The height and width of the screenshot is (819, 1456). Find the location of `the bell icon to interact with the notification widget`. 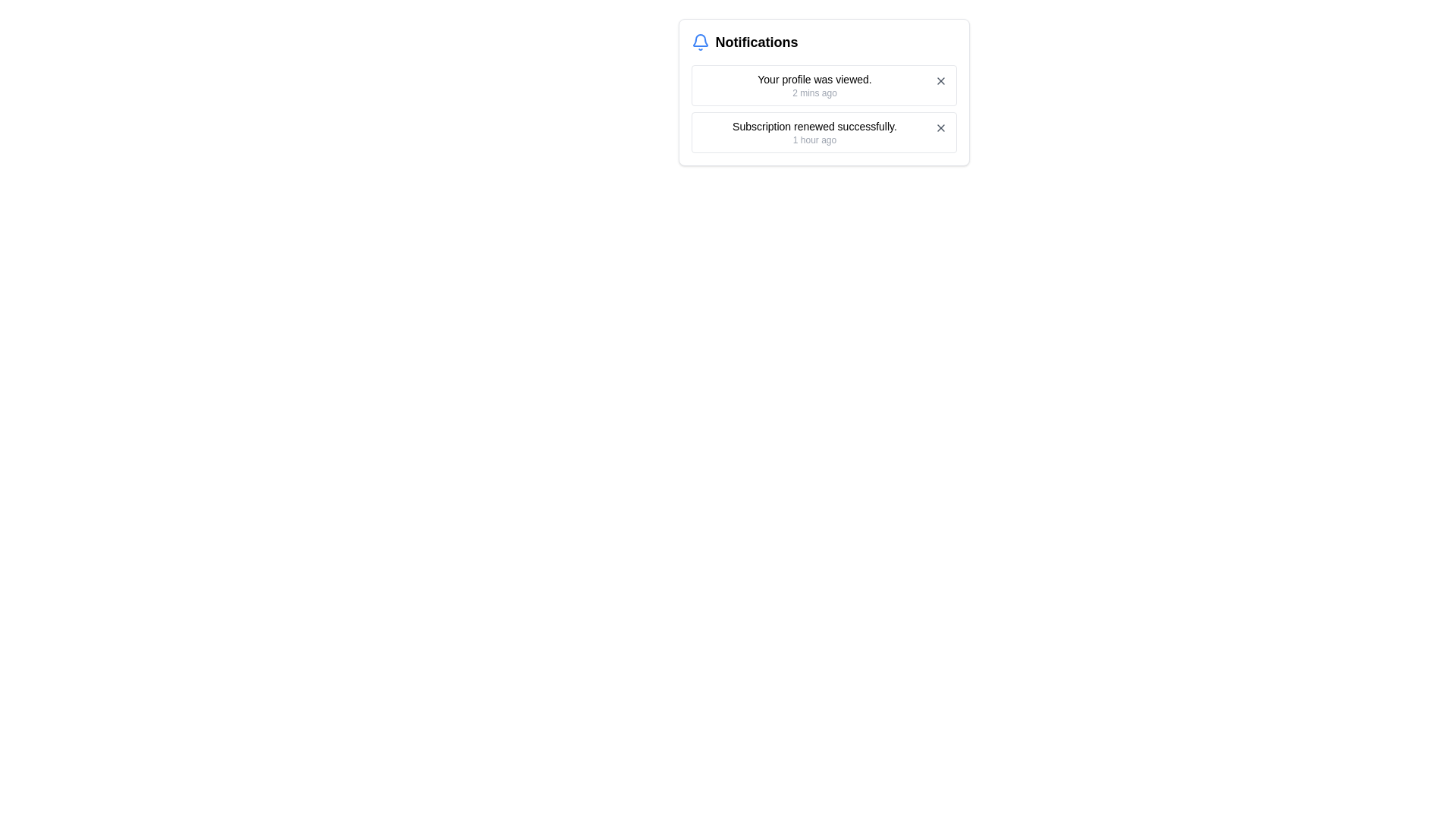

the bell icon to interact with the notification widget is located at coordinates (699, 42).